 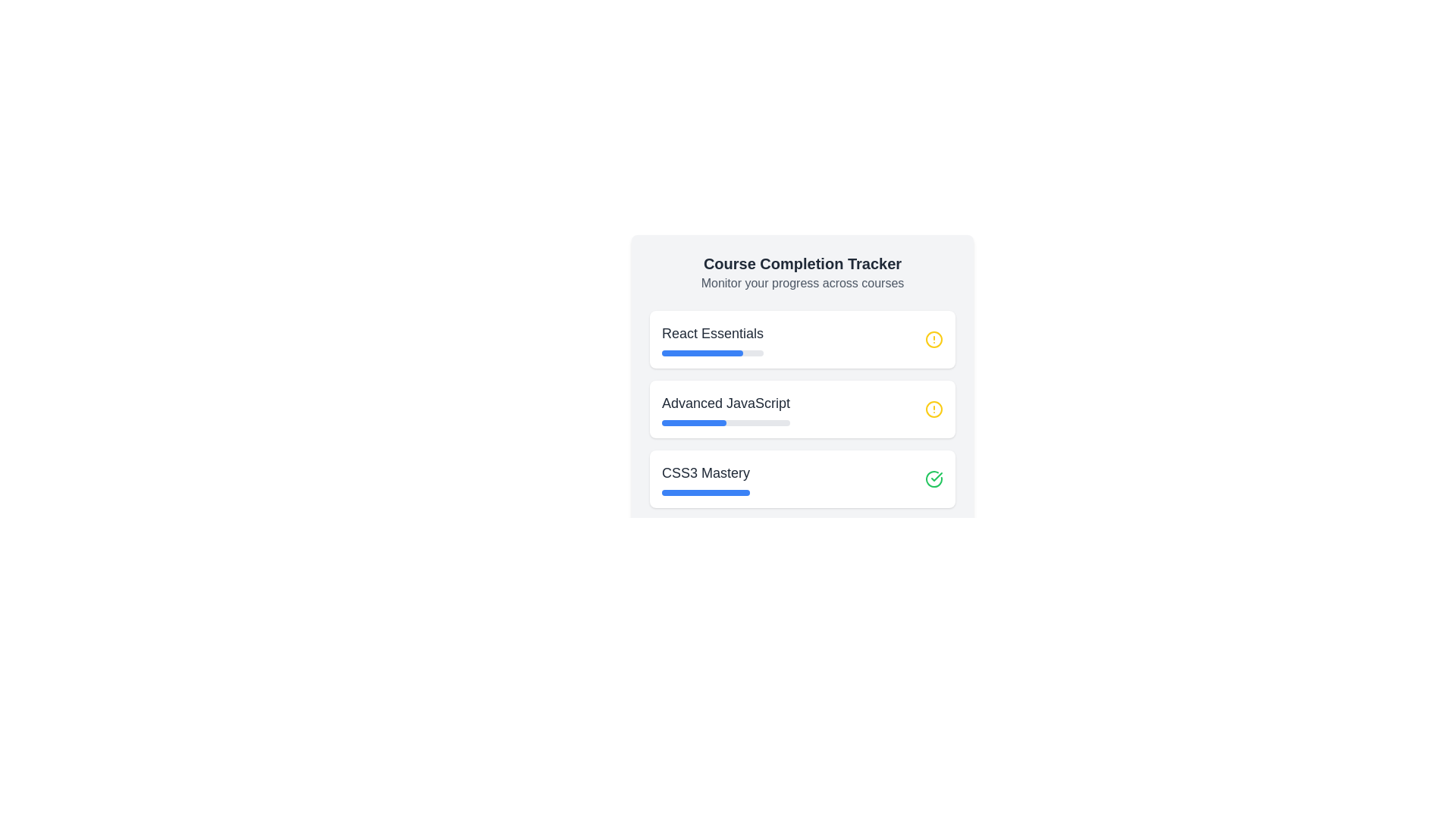 What do you see at coordinates (701, 353) in the screenshot?
I see `the filled portion of the progress bar representing 80% progress below the 'React Essentials' label` at bounding box center [701, 353].